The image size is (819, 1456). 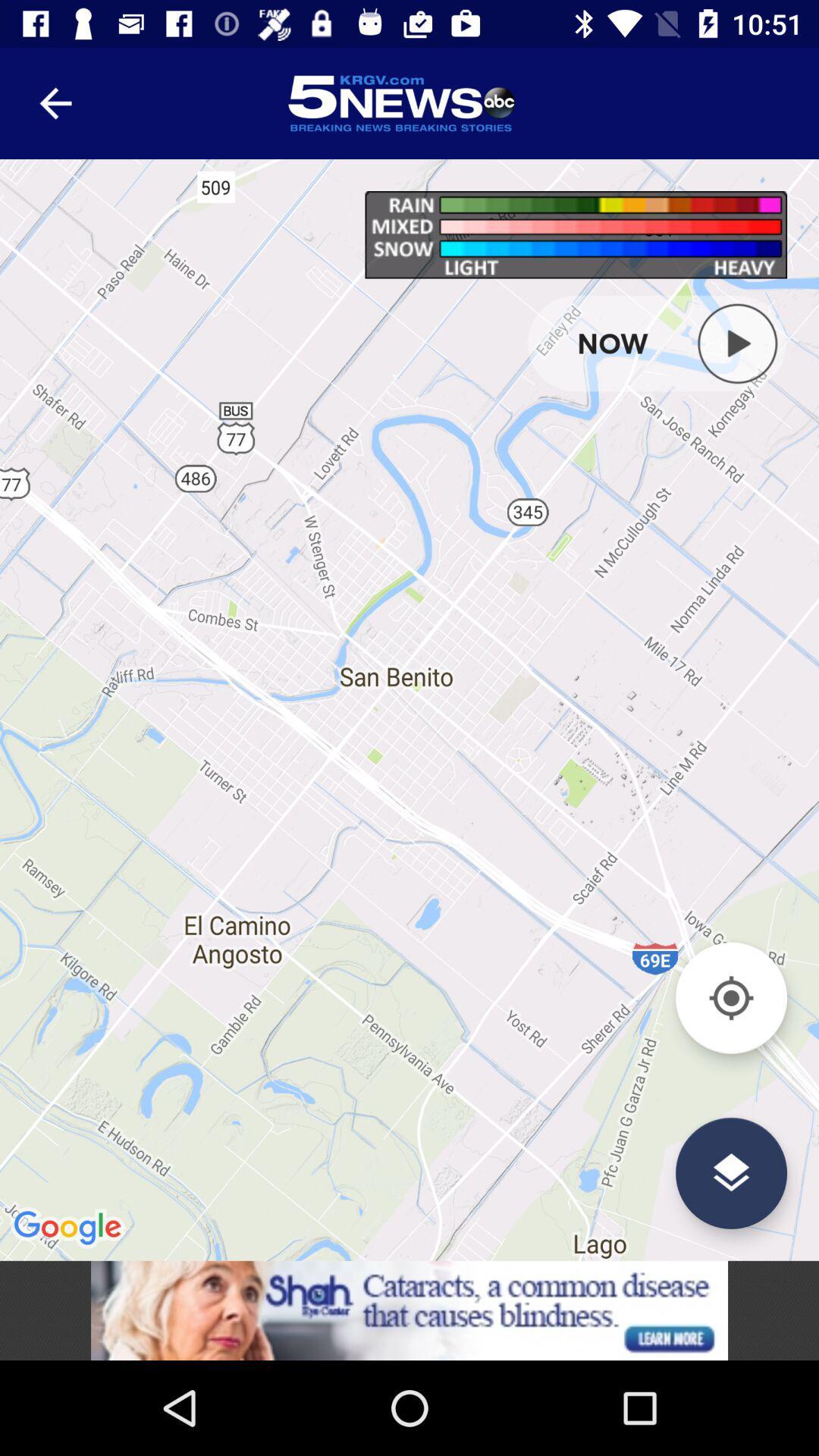 I want to click on advertisement click, so click(x=409, y=1310).